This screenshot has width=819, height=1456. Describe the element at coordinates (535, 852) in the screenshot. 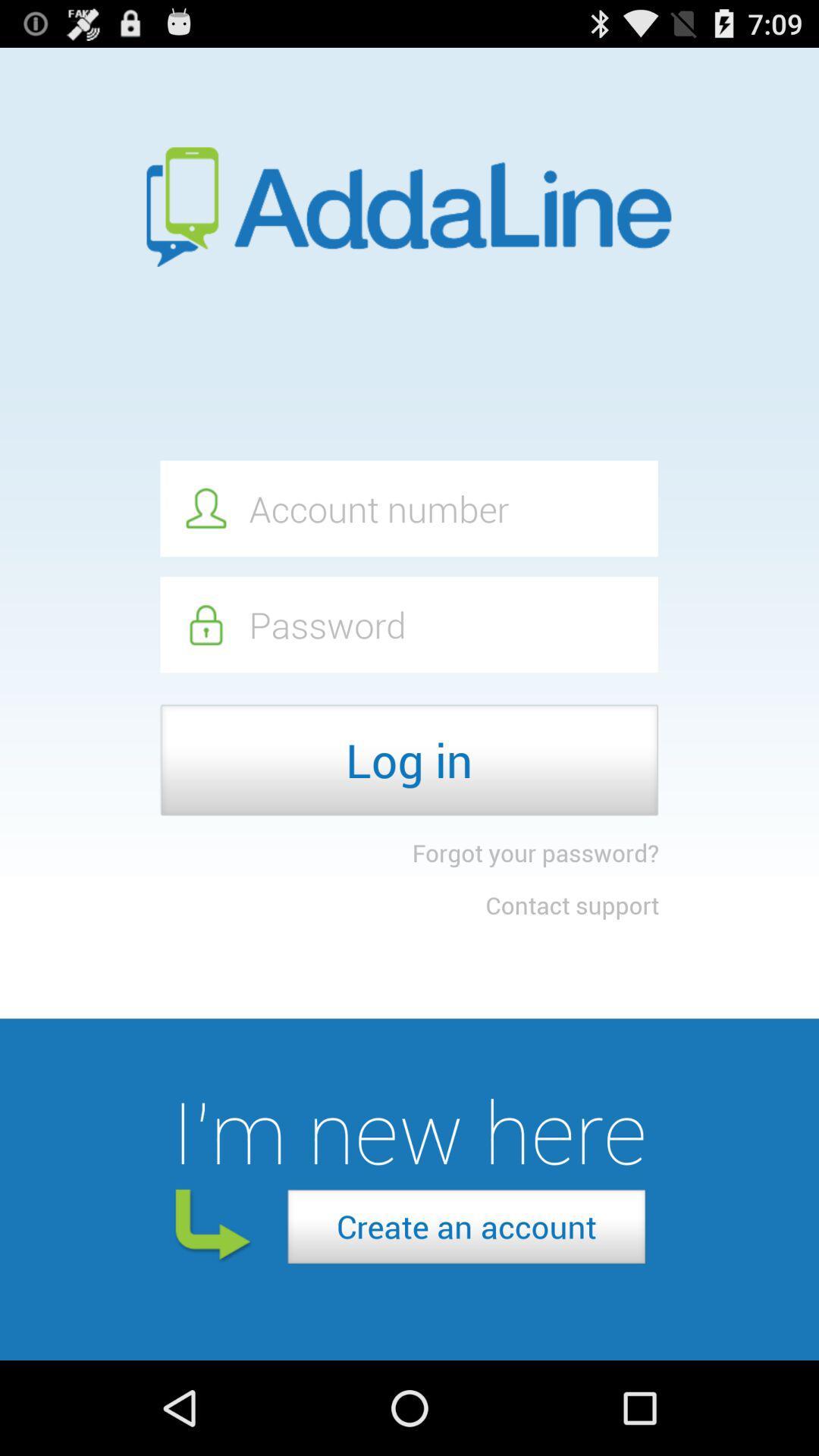

I see `item above contact support` at that location.